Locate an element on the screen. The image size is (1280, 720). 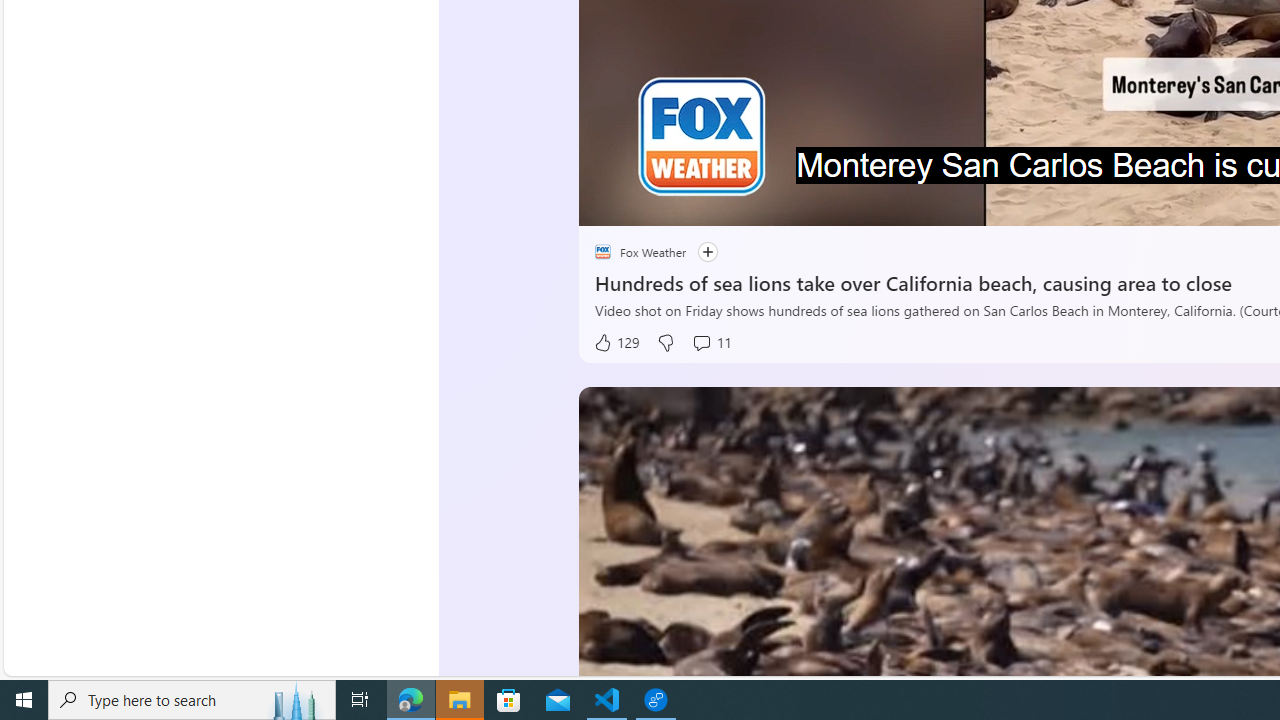
'129 Like' is located at coordinates (614, 342).